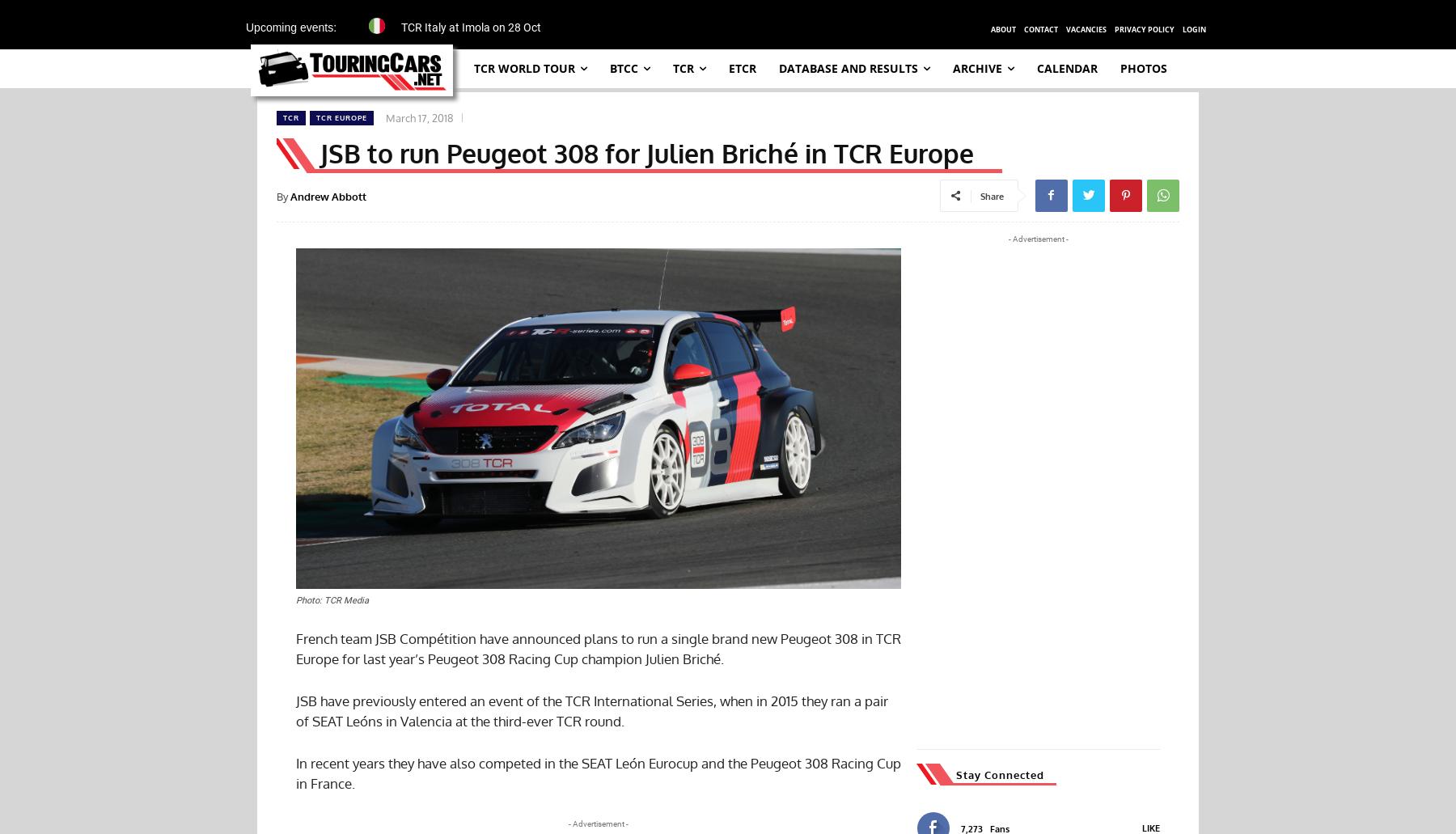 The image size is (1456, 834). Describe the element at coordinates (277, 195) in the screenshot. I see `'By'` at that location.